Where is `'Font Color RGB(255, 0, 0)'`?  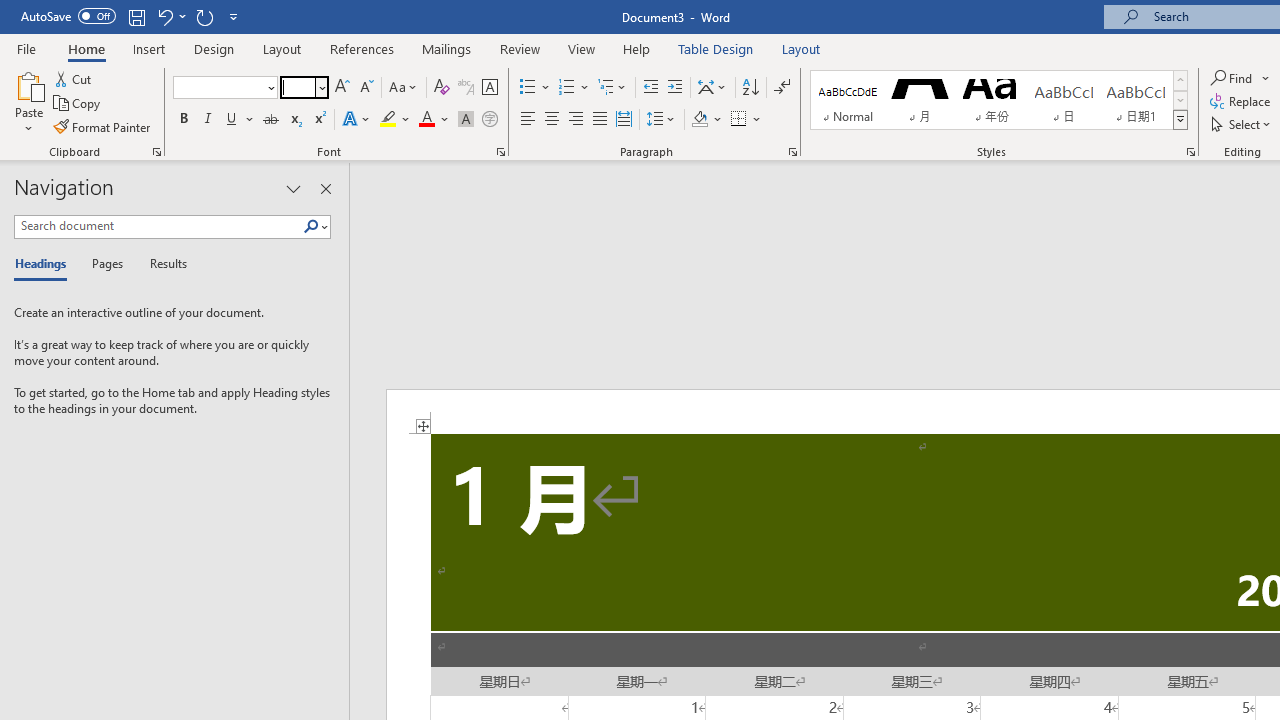
'Font Color RGB(255, 0, 0)' is located at coordinates (425, 119).